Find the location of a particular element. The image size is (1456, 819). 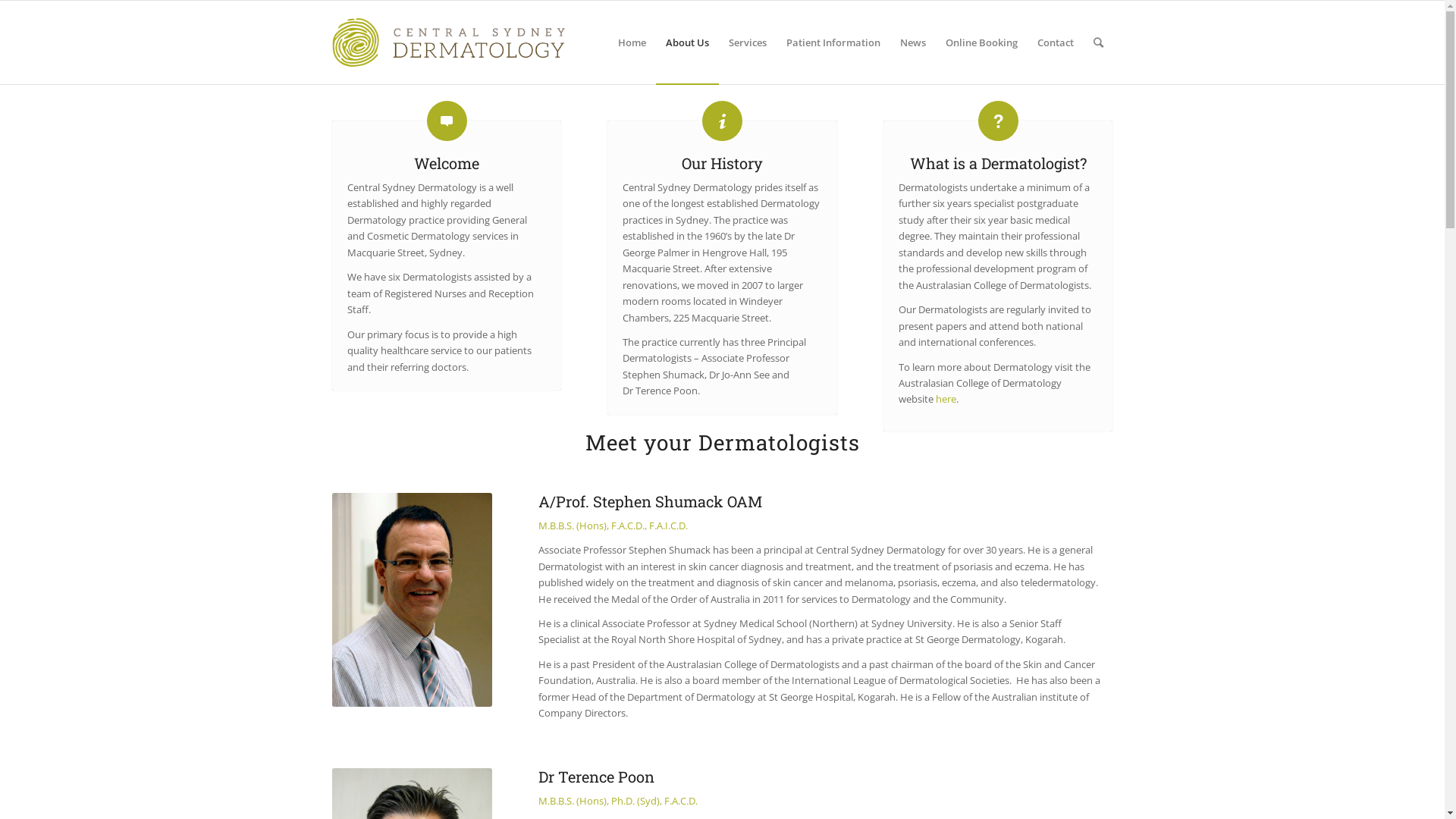

'News' is located at coordinates (890, 42).